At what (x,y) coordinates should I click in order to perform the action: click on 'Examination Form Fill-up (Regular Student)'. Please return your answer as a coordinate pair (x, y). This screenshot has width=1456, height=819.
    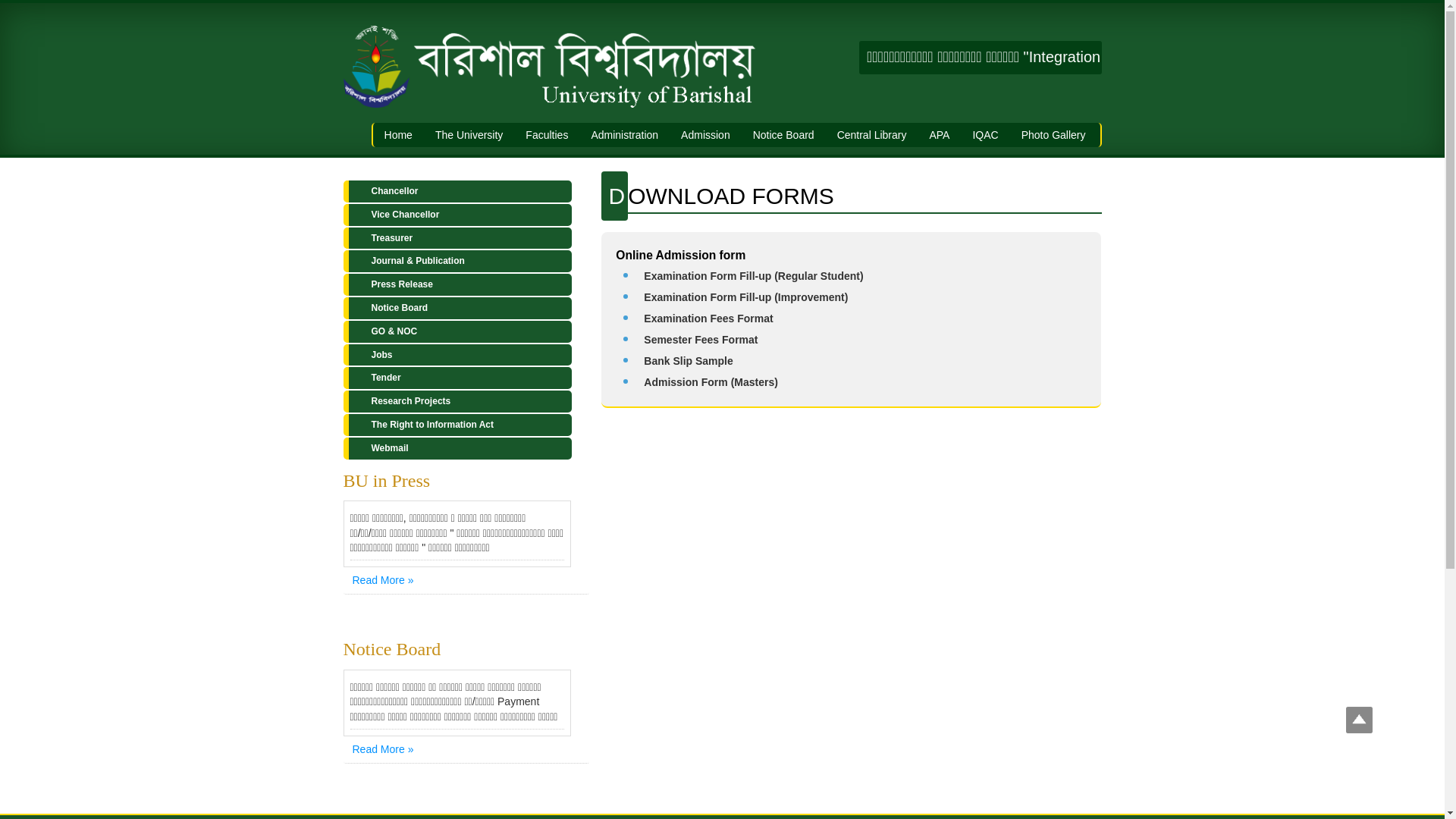
    Looking at the image, I should click on (753, 275).